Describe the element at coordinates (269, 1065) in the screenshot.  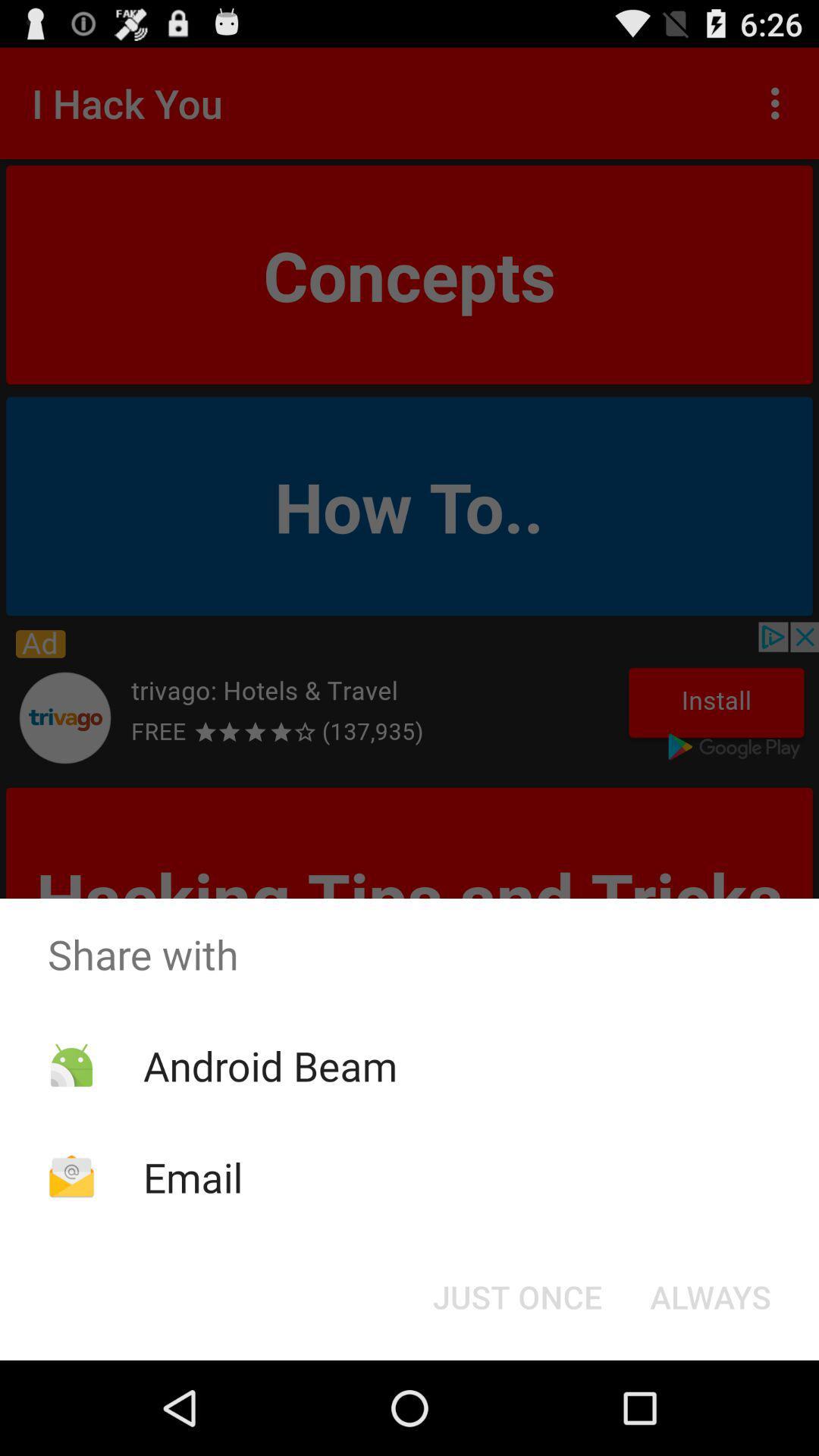
I see `item below the share with app` at that location.